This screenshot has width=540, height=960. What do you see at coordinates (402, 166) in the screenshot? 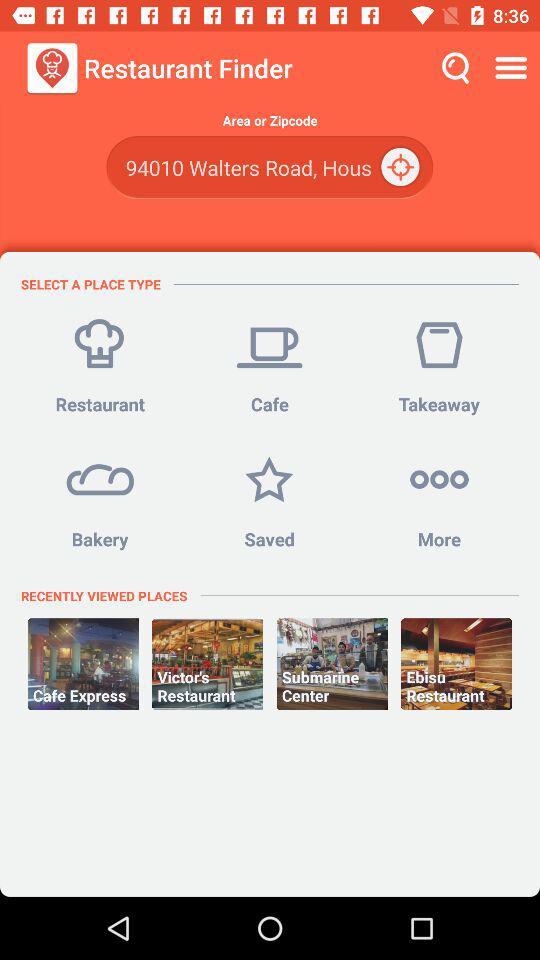
I see `the location_crosshair icon` at bounding box center [402, 166].